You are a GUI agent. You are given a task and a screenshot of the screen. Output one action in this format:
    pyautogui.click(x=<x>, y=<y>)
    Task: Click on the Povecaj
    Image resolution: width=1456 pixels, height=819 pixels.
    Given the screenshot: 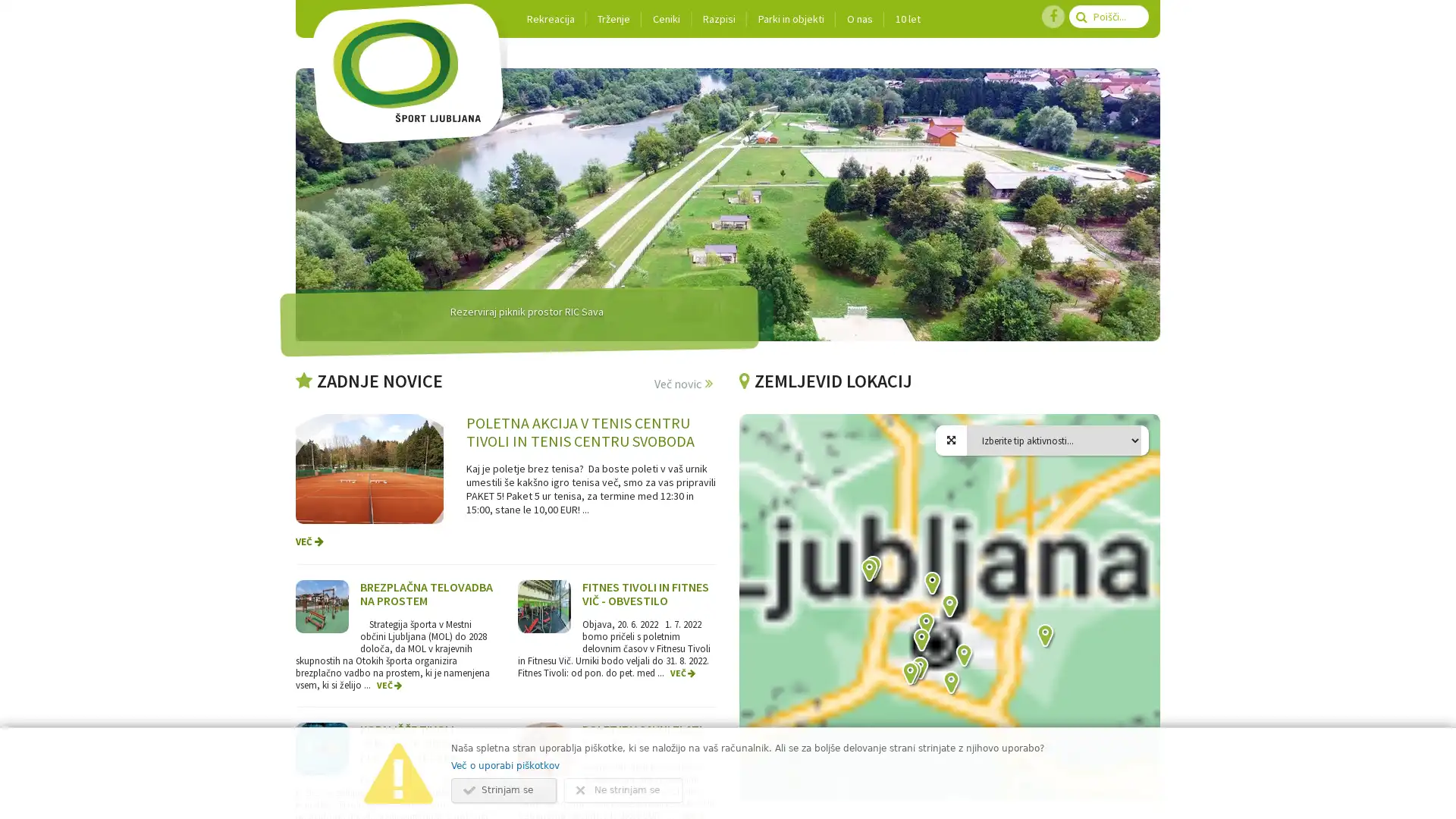 What is the action you would take?
    pyautogui.click(x=1137, y=736)
    